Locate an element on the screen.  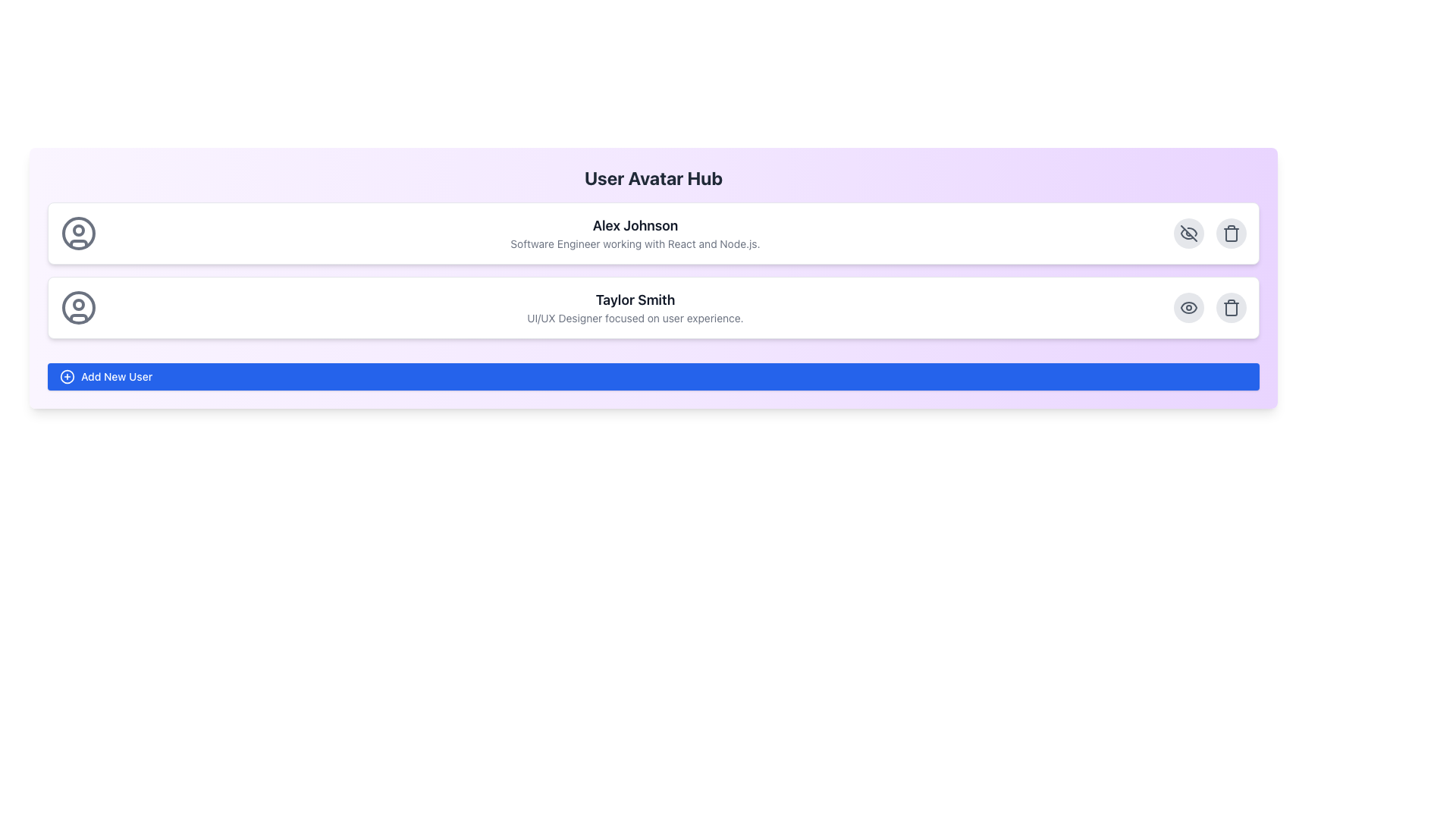
the text label displaying 'Taylor Smith', which is a bold dark gray text located in the middle of a card-like UI component is located at coordinates (635, 300).